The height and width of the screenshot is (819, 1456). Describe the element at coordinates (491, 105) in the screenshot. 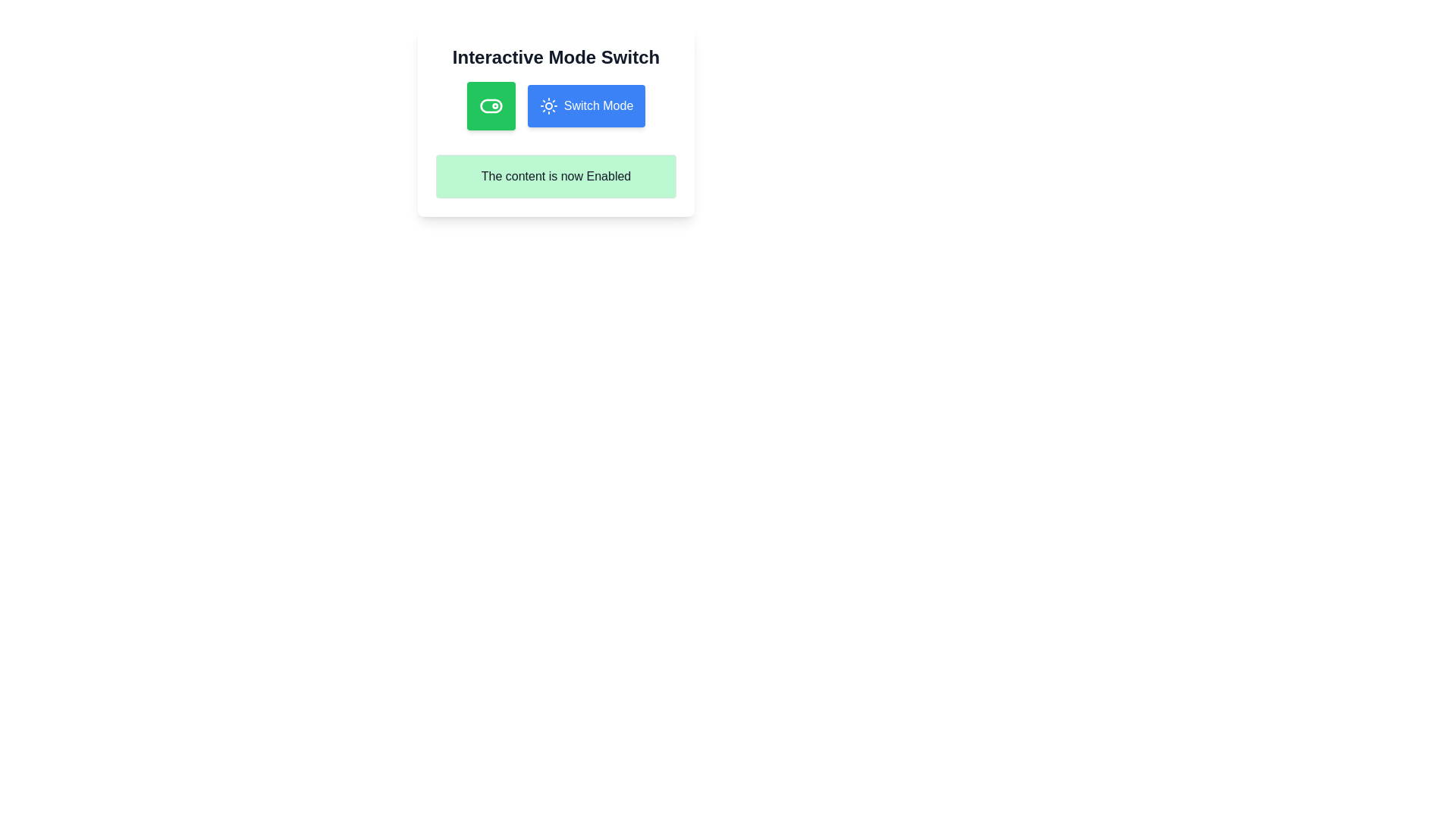

I see `the green toggle switch background, which is a horizontally elongated rectangle with rounded ends located in the upper-left portion of the interface` at that location.